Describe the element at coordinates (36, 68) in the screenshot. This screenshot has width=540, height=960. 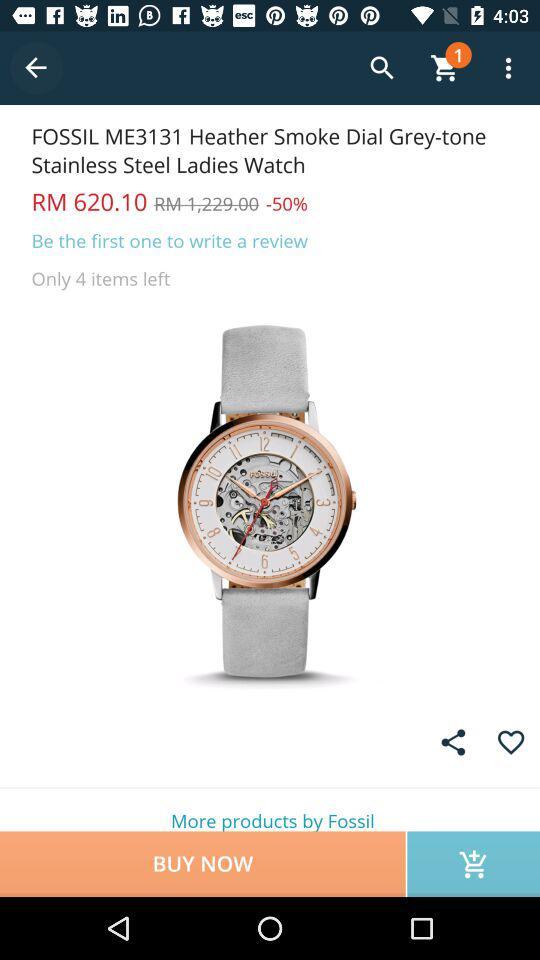
I see `previous screen` at that location.